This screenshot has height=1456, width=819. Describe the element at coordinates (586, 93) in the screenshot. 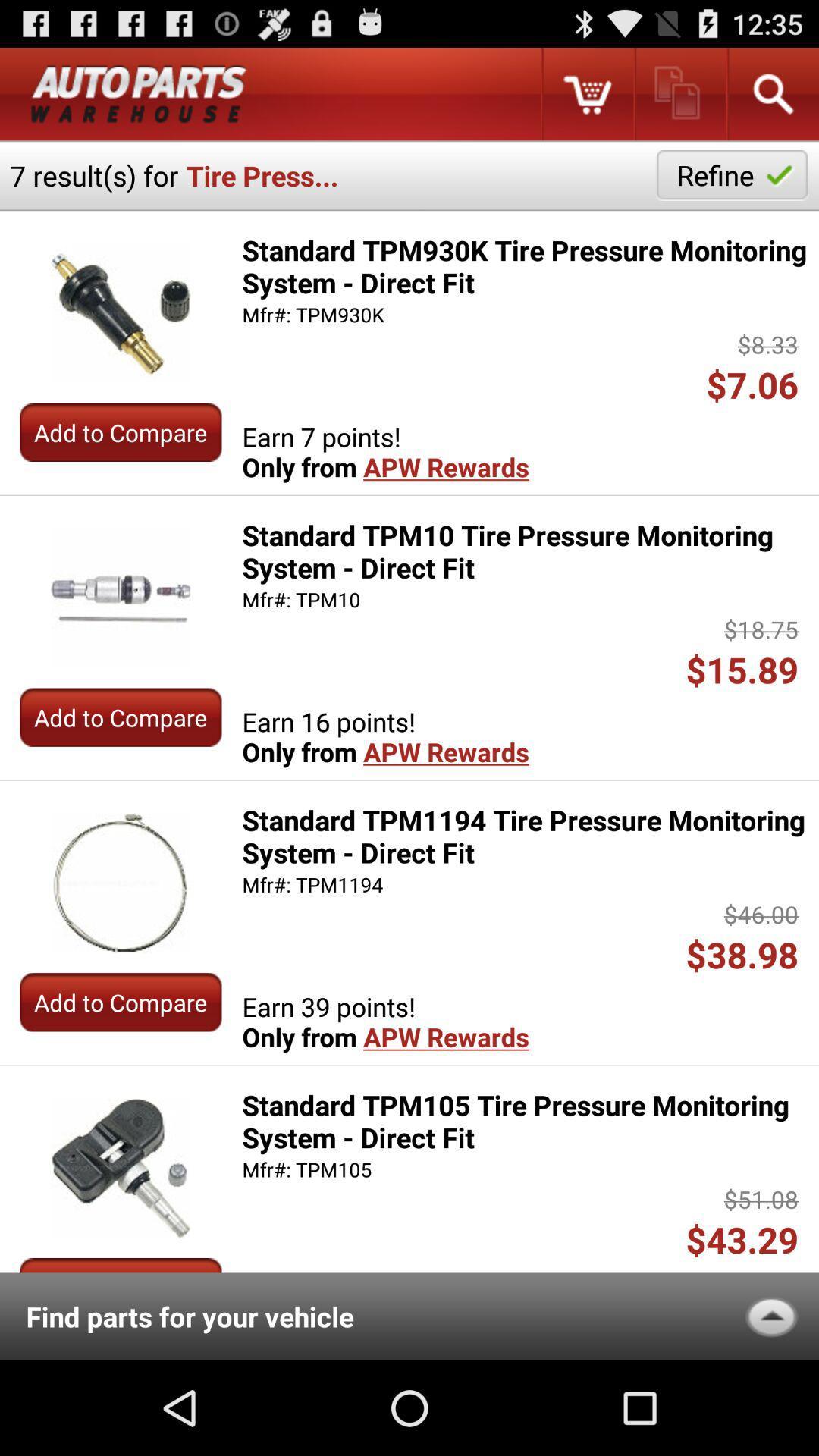

I see `move to right of autoparts` at that location.